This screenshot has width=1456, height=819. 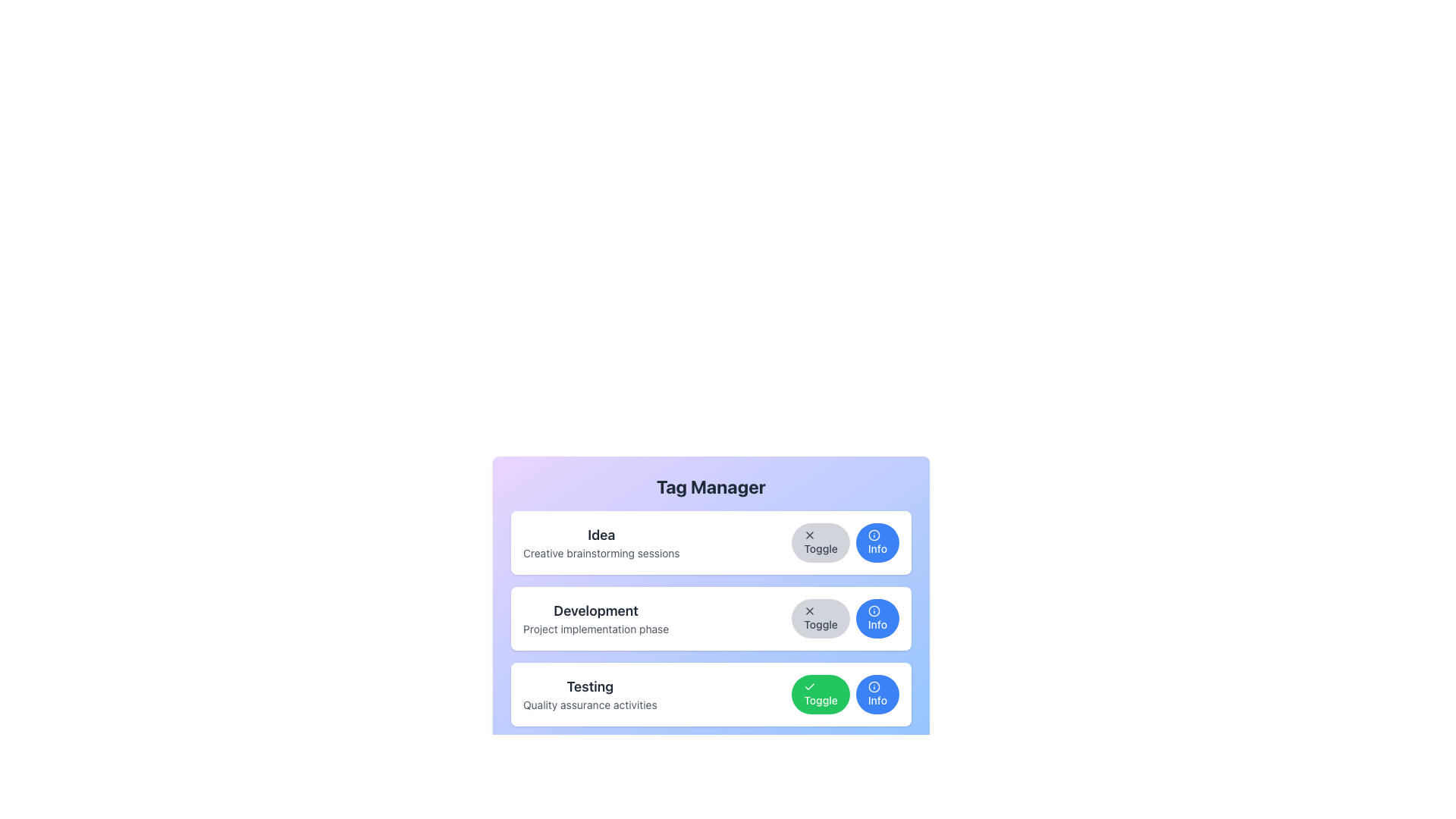 What do you see at coordinates (589, 687) in the screenshot?
I see `the title text element labeled 'Testing' in the third section of the 'Tag Manager' interface` at bounding box center [589, 687].